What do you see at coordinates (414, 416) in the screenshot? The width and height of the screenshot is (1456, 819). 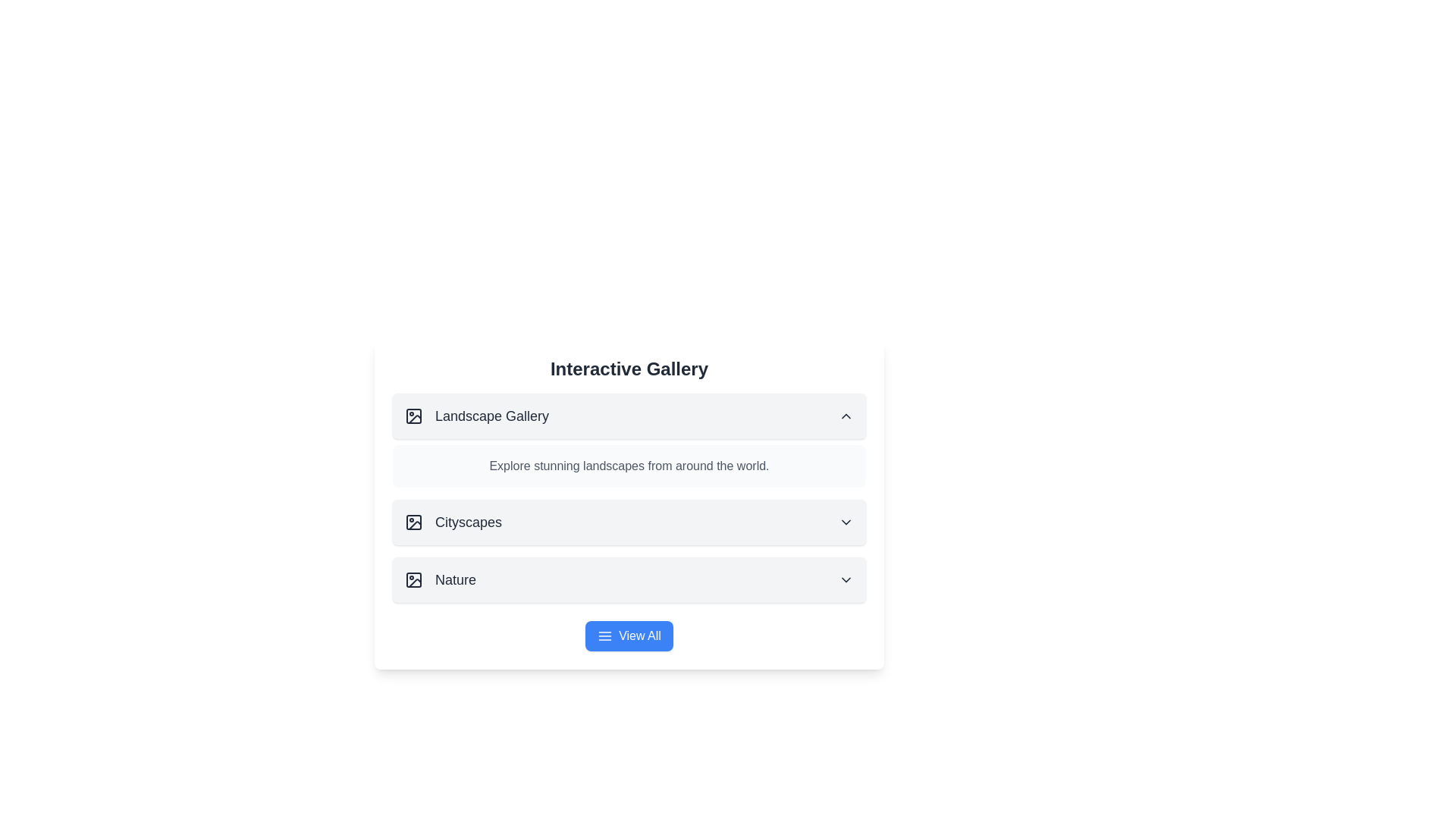 I see `UI layout including the decorative SVG rectangle with rounded corners that is part of the icon preceding the 'Landscape Gallery' label in the Interactive Gallery interface` at bounding box center [414, 416].